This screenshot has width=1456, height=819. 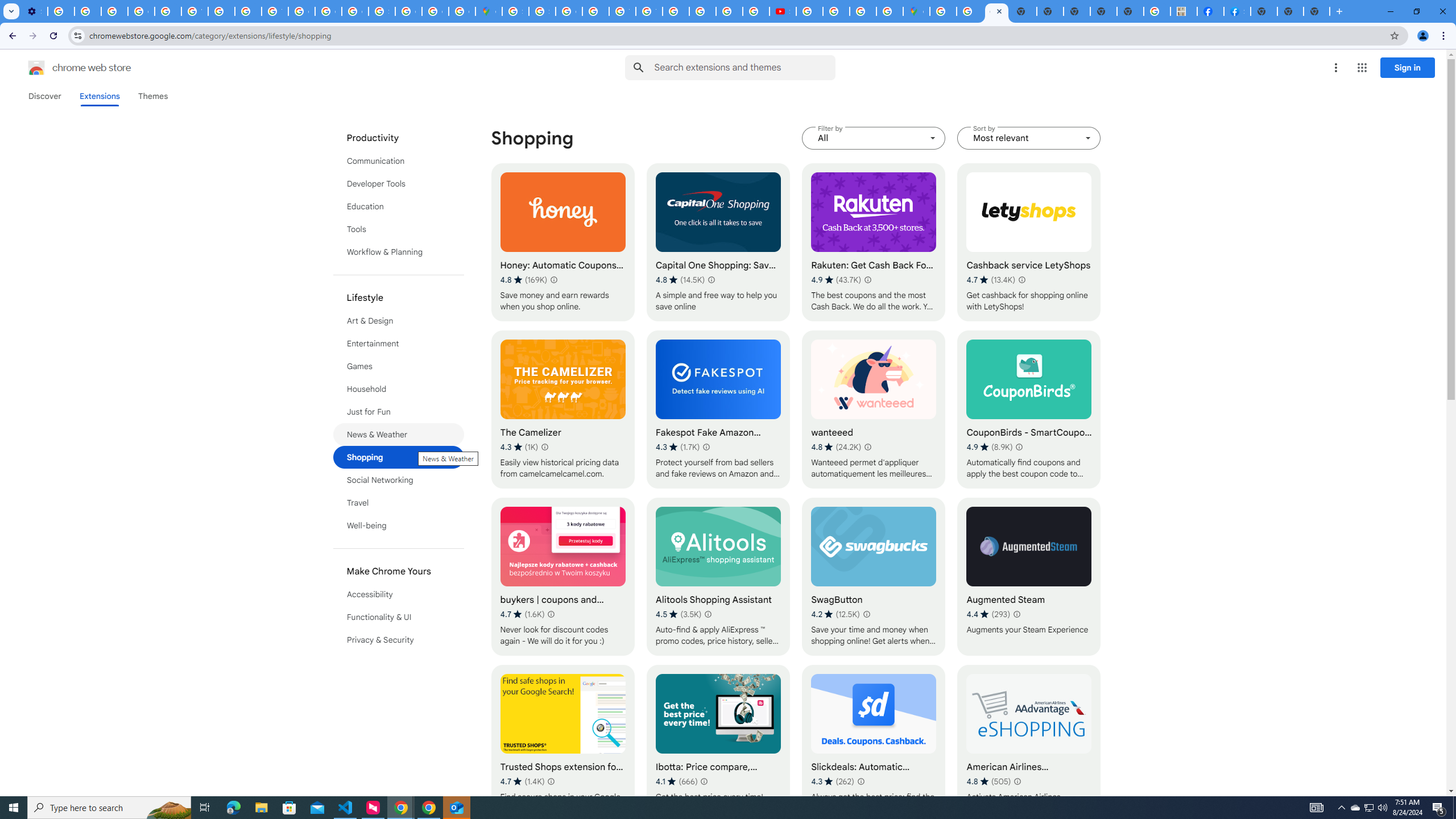 I want to click on 'Learn how to find your photos - Google Photos Help', so click(x=88, y=11).